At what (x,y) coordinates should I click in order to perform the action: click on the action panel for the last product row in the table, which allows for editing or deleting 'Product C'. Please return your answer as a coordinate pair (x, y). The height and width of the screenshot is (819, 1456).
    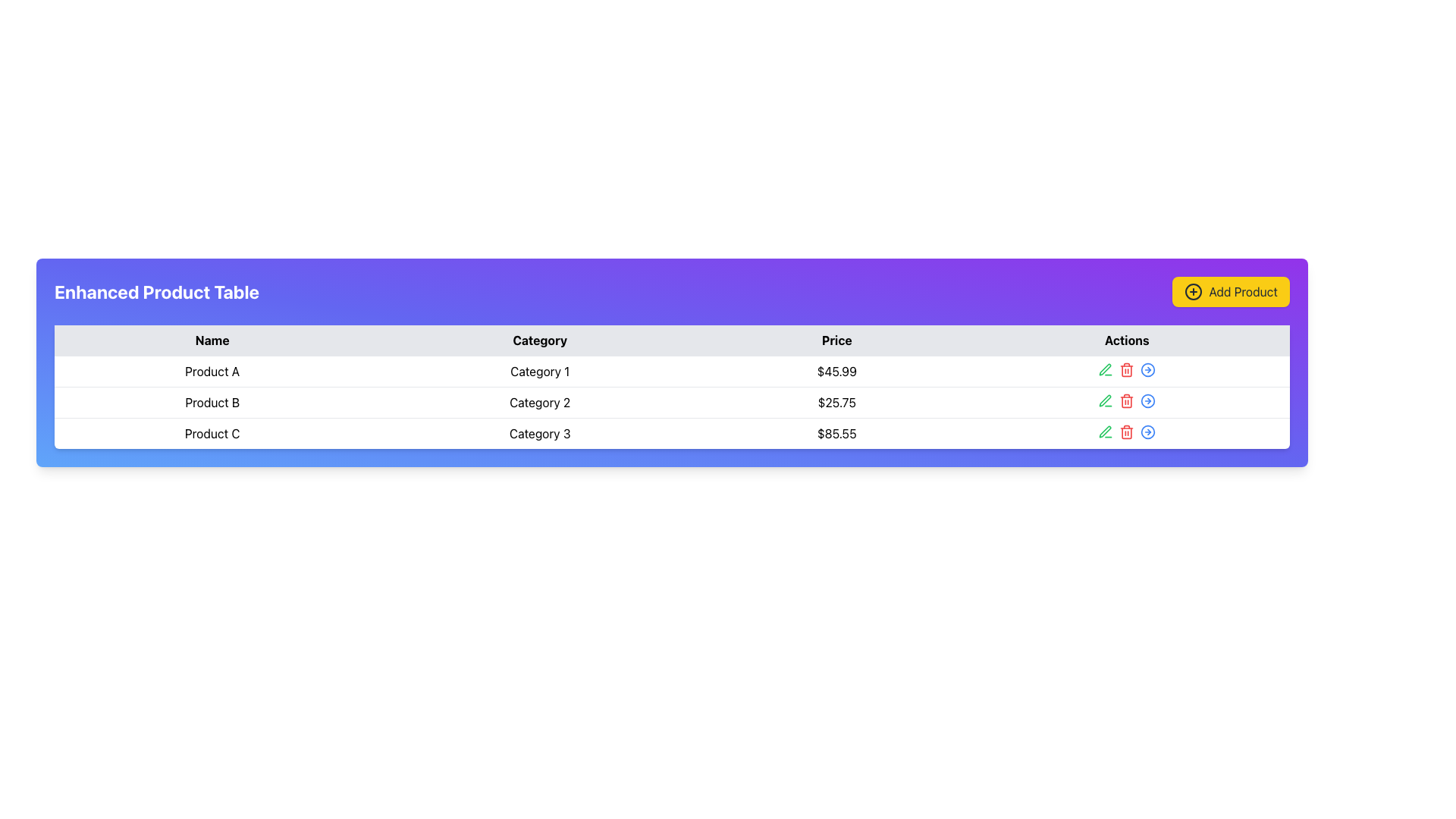
    Looking at the image, I should click on (1127, 432).